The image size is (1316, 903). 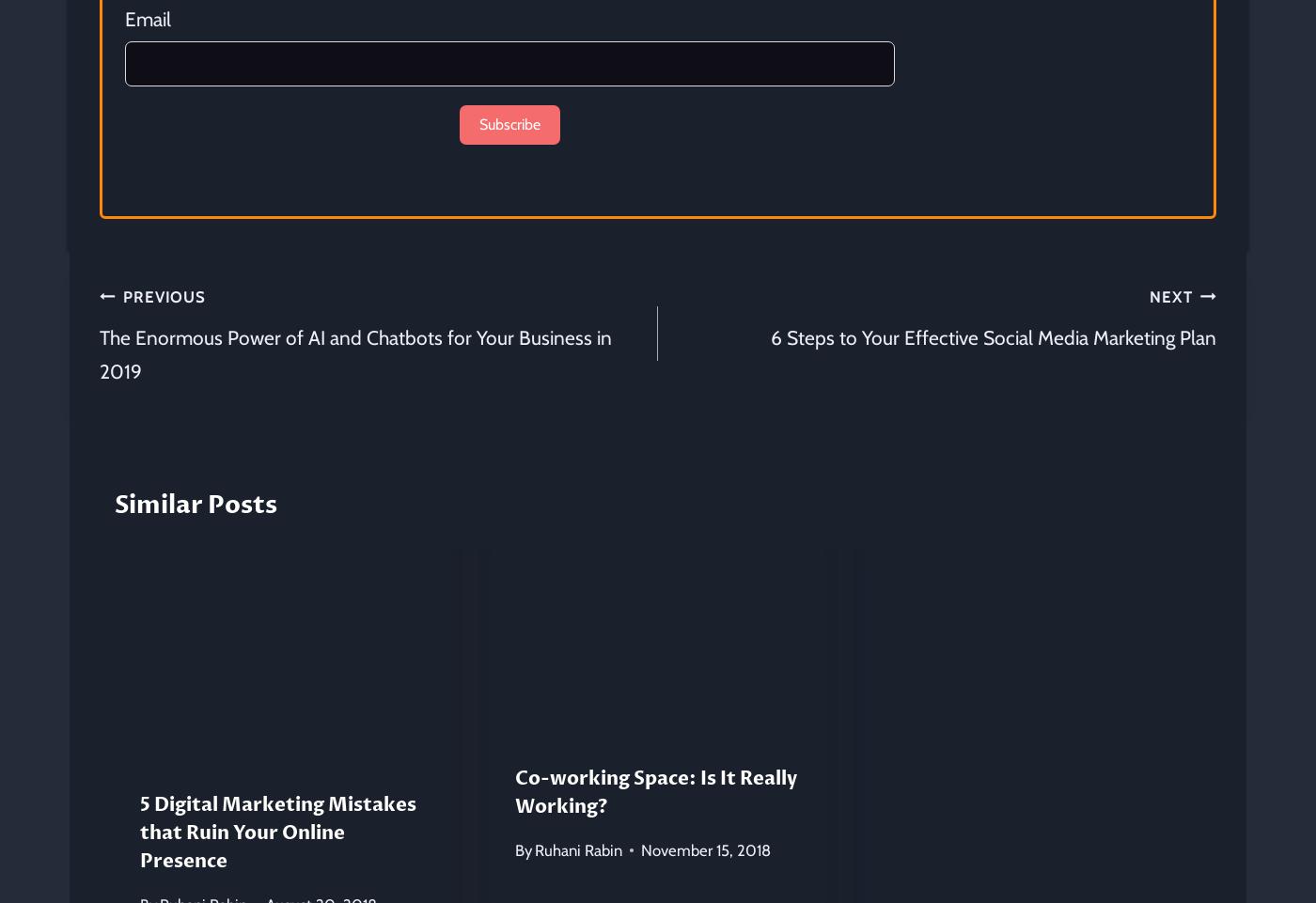 I want to click on '6 Steps to Your Effective Social Media Marketing Plan', so click(x=994, y=336).